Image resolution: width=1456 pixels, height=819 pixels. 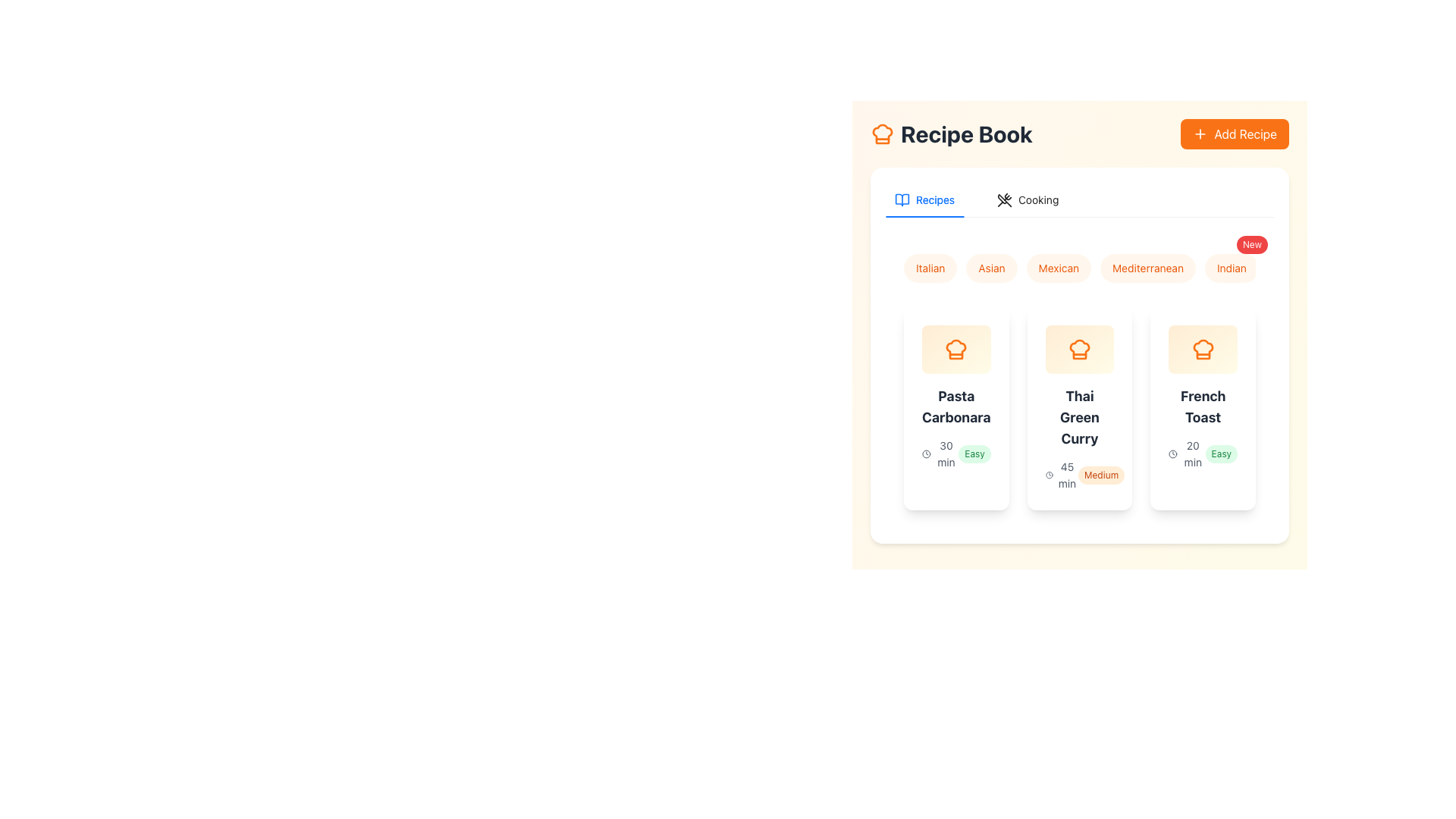 I want to click on the Label displaying '30 min' with a clock icon, located at the bottom-left corner of the 'Pasta Carbonara' recipe card, so click(x=940, y=453).